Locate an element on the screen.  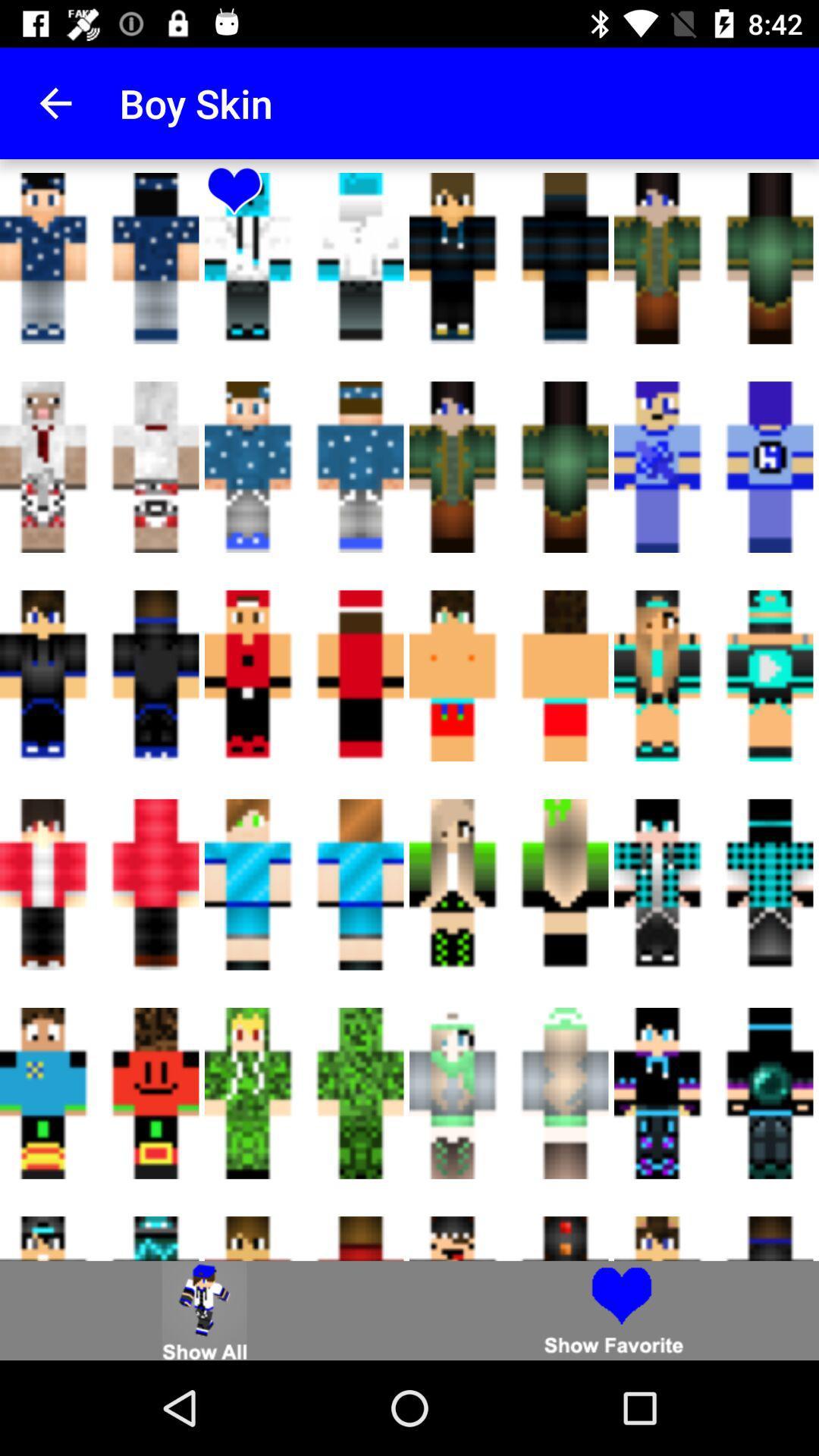
item next to the boy skin is located at coordinates (55, 102).